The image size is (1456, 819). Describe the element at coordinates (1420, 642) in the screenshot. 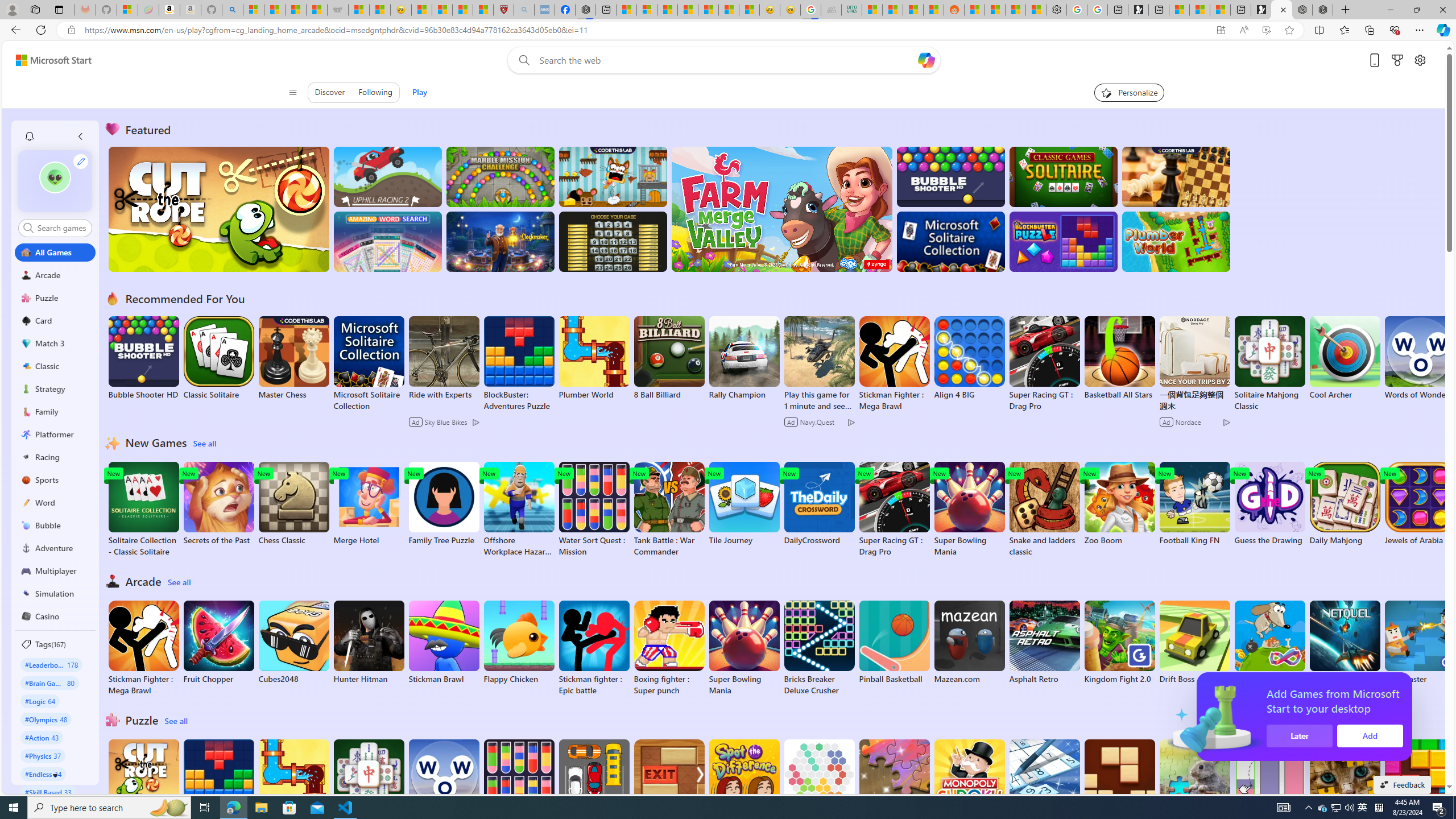

I see `'Gun Master'` at that location.